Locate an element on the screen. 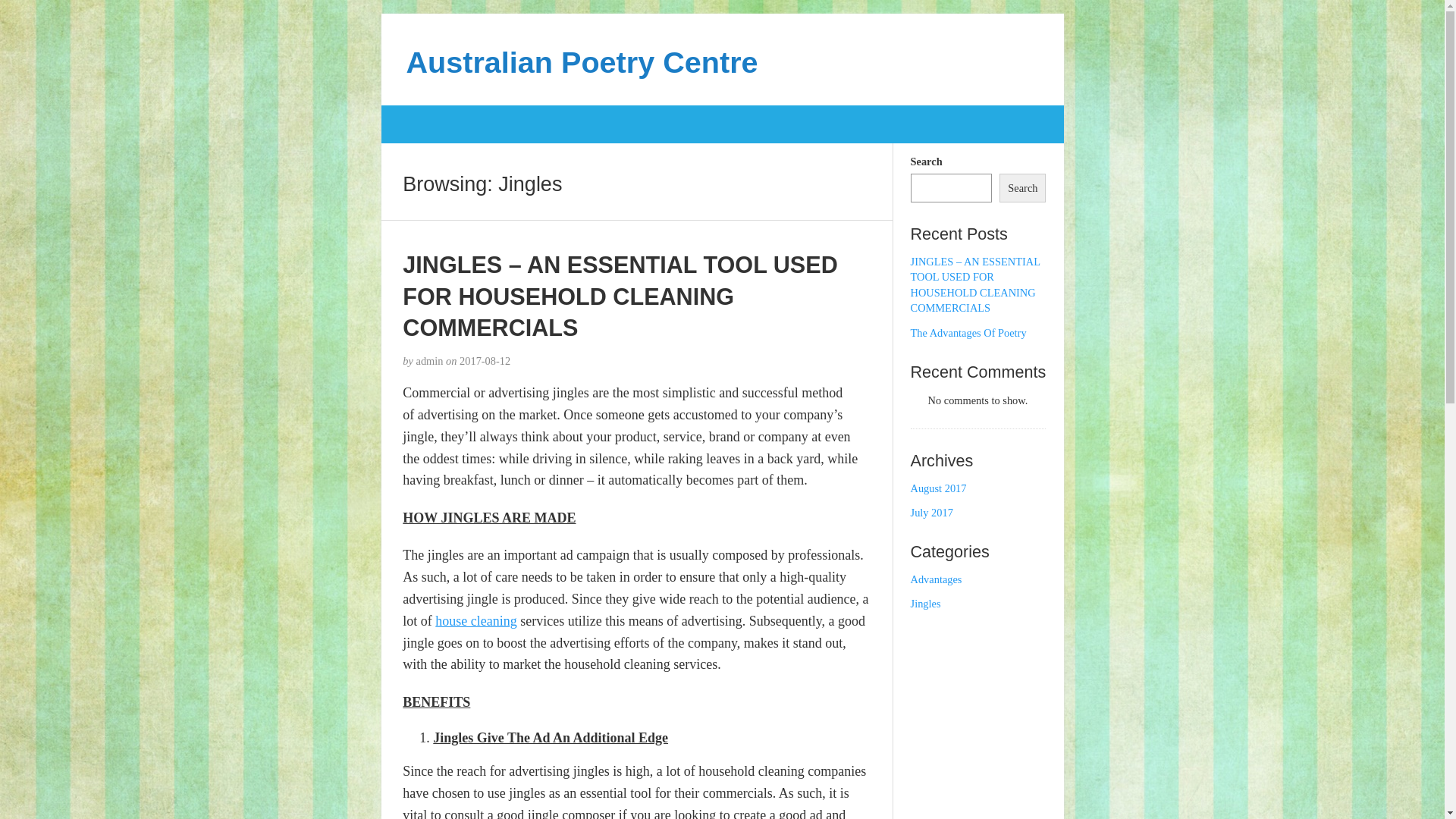  'house cleaning' is located at coordinates (475, 620).